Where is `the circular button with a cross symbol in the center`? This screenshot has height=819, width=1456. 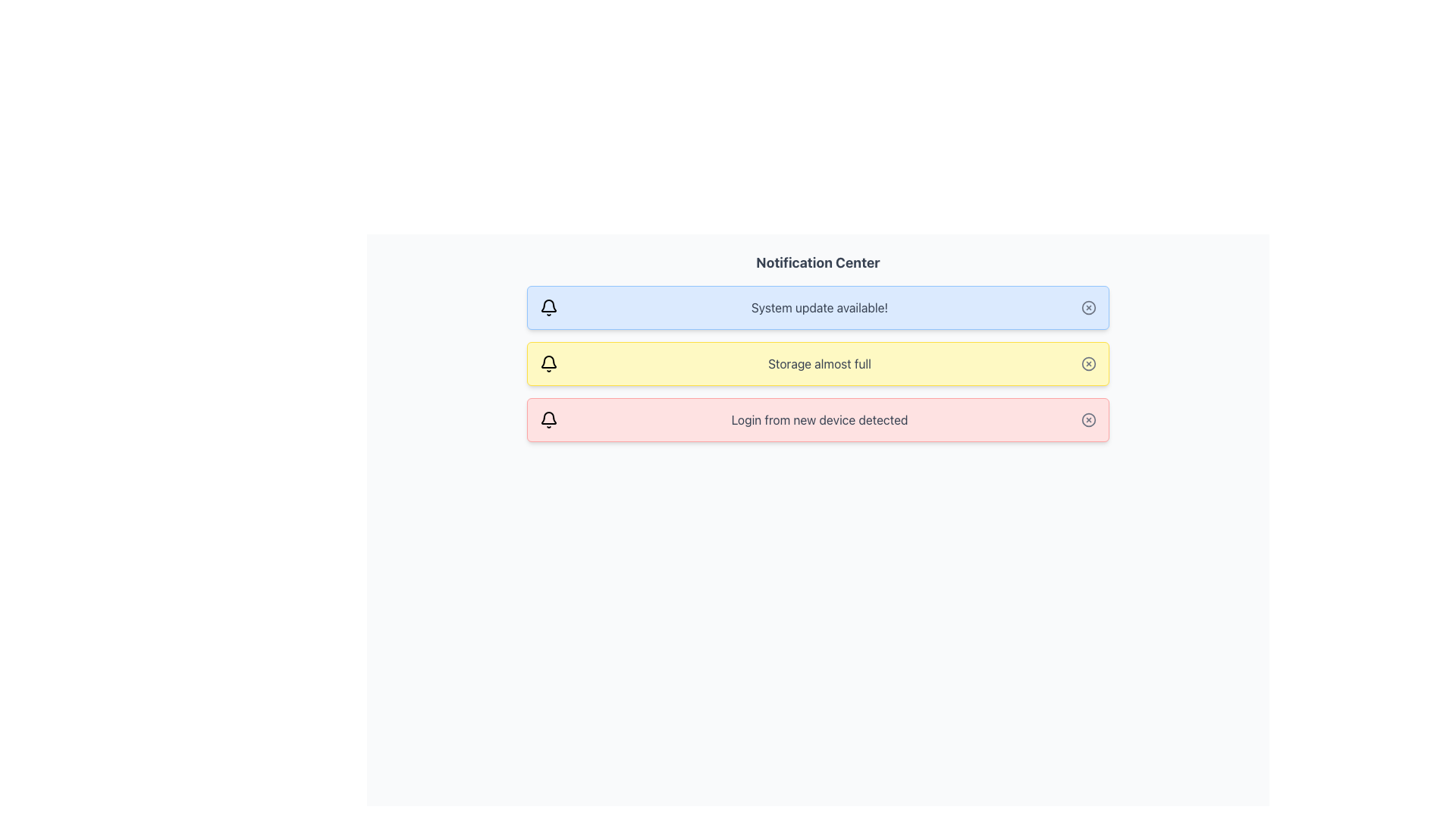
the circular button with a cross symbol in the center is located at coordinates (1087, 363).